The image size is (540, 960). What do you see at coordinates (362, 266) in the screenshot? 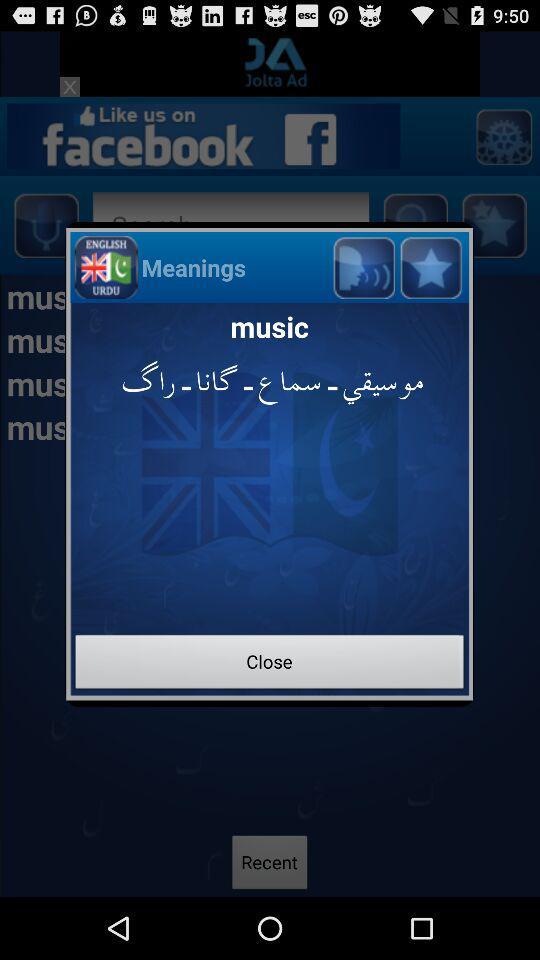
I see `volume button` at bounding box center [362, 266].